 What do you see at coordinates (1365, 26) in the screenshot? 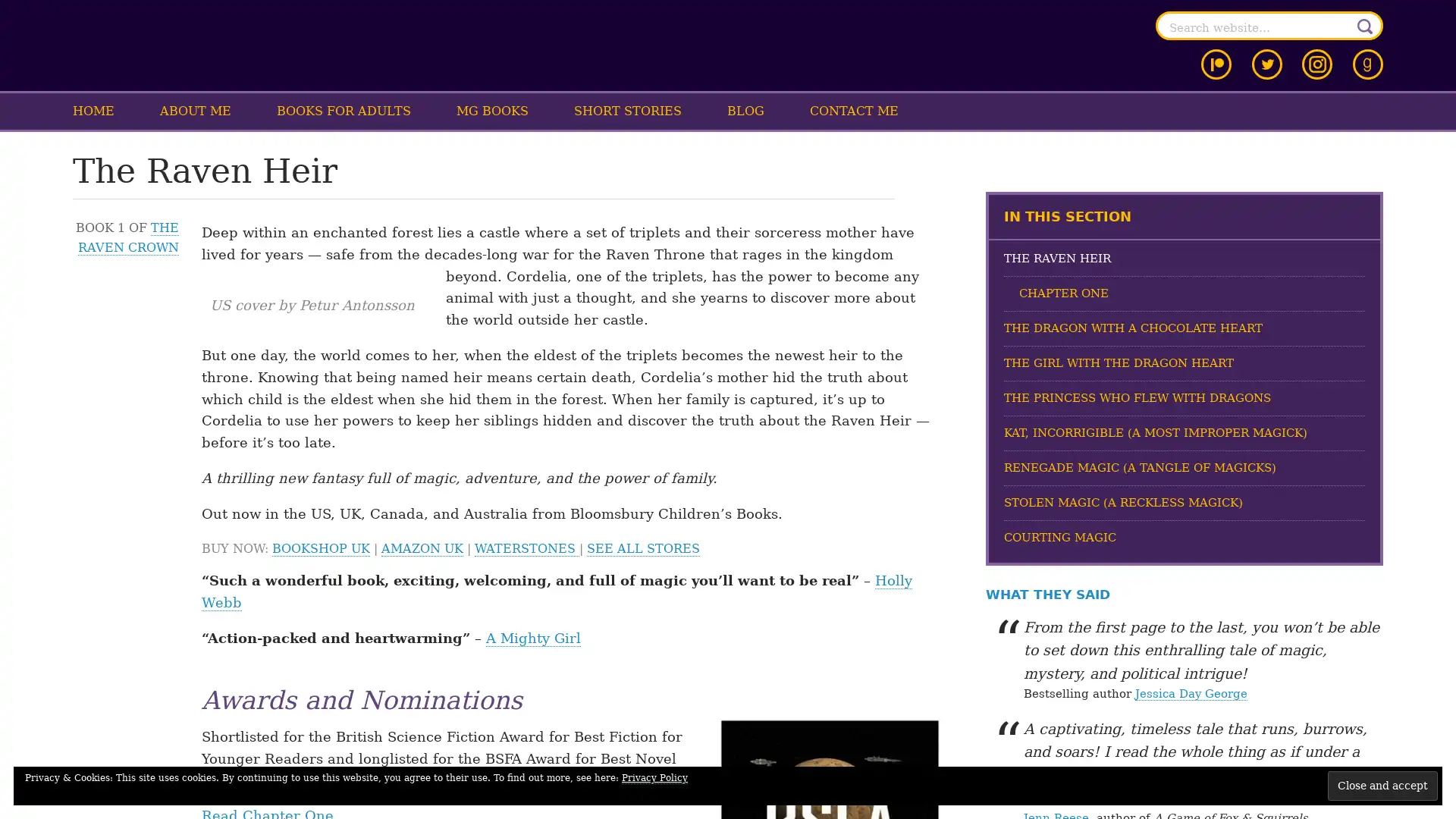
I see `Search` at bounding box center [1365, 26].